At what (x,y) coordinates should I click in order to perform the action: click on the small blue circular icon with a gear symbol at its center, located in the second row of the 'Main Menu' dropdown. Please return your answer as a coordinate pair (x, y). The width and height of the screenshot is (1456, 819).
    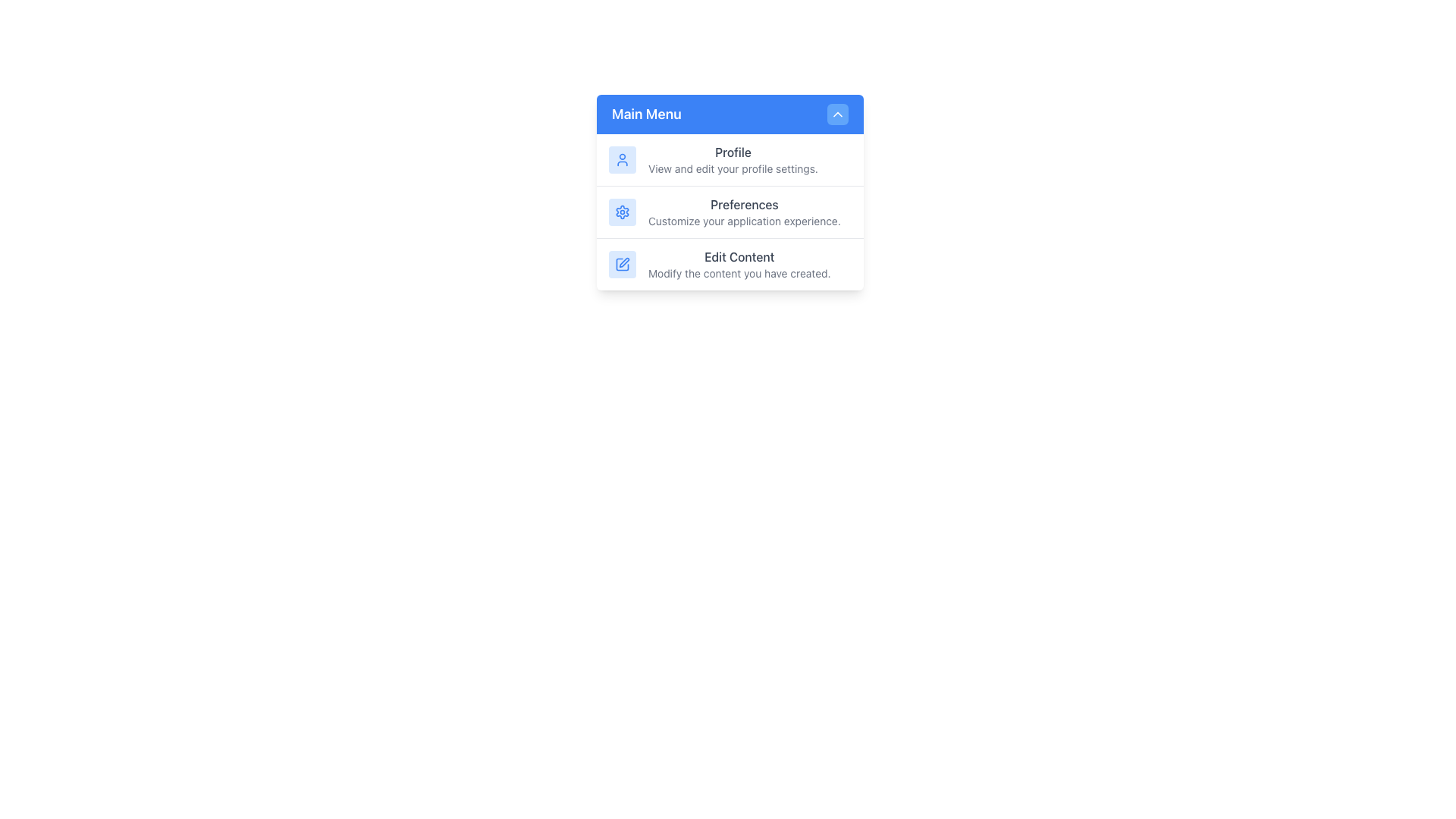
    Looking at the image, I should click on (622, 212).